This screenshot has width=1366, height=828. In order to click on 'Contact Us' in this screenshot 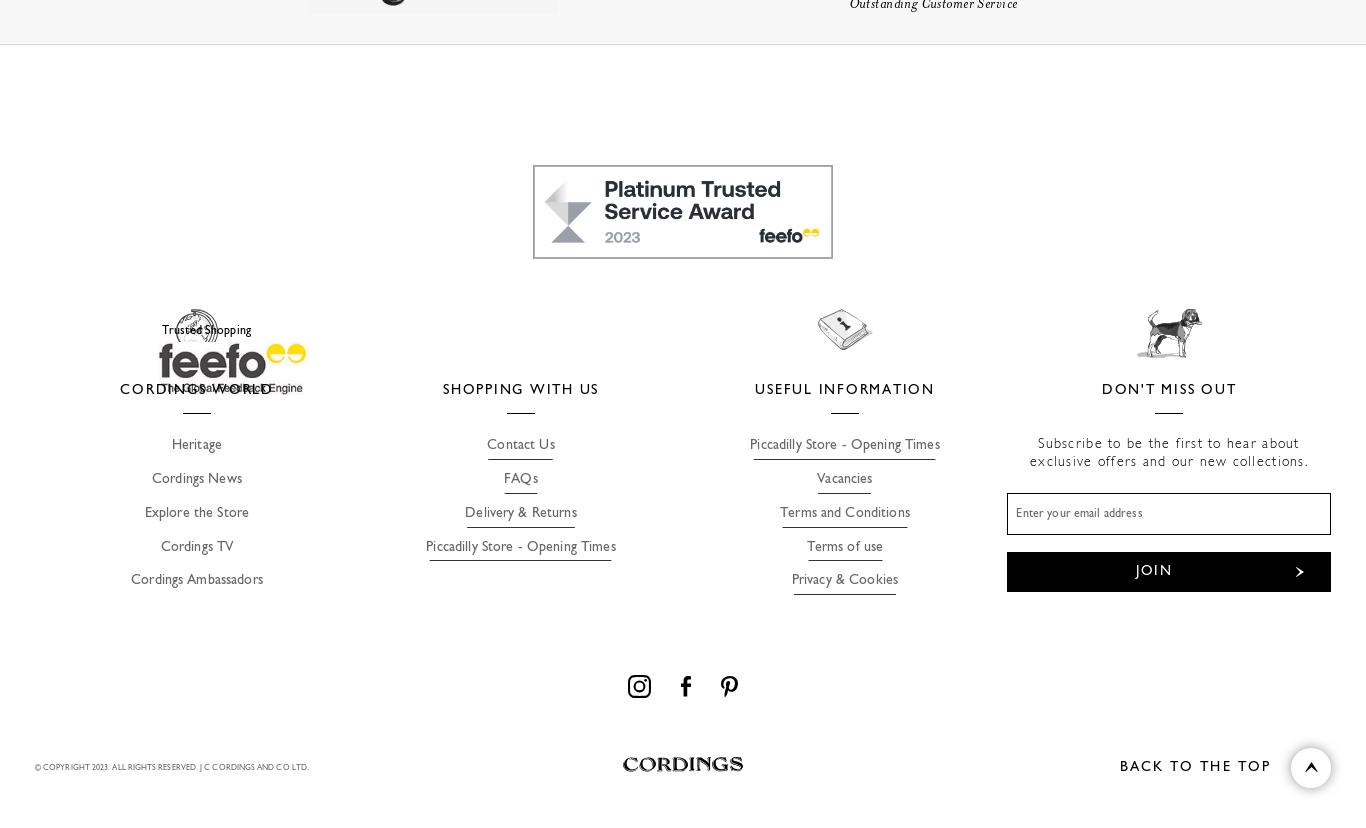, I will do `click(520, 445)`.